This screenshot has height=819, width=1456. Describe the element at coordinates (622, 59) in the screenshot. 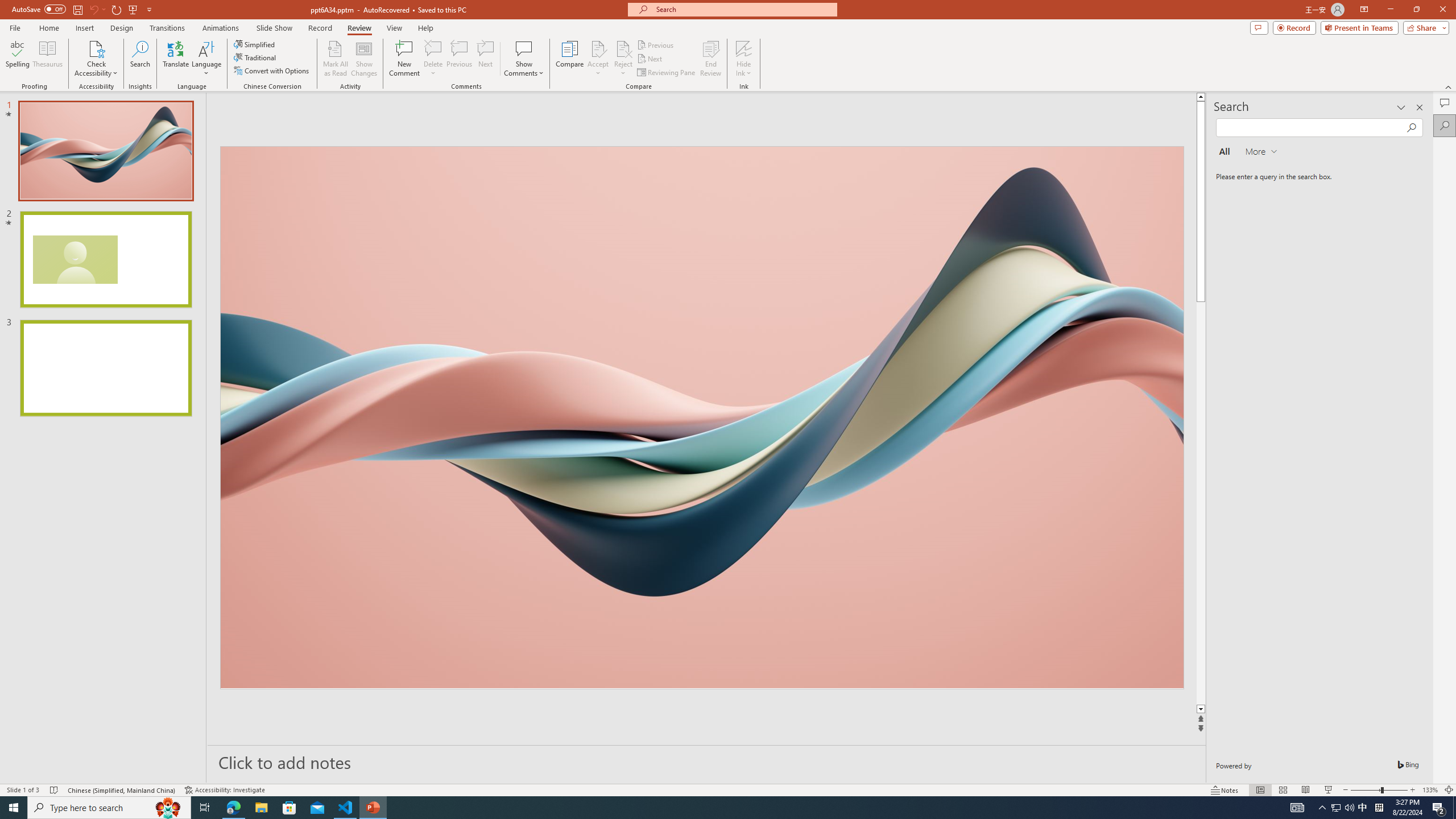

I see `'Reject'` at that location.